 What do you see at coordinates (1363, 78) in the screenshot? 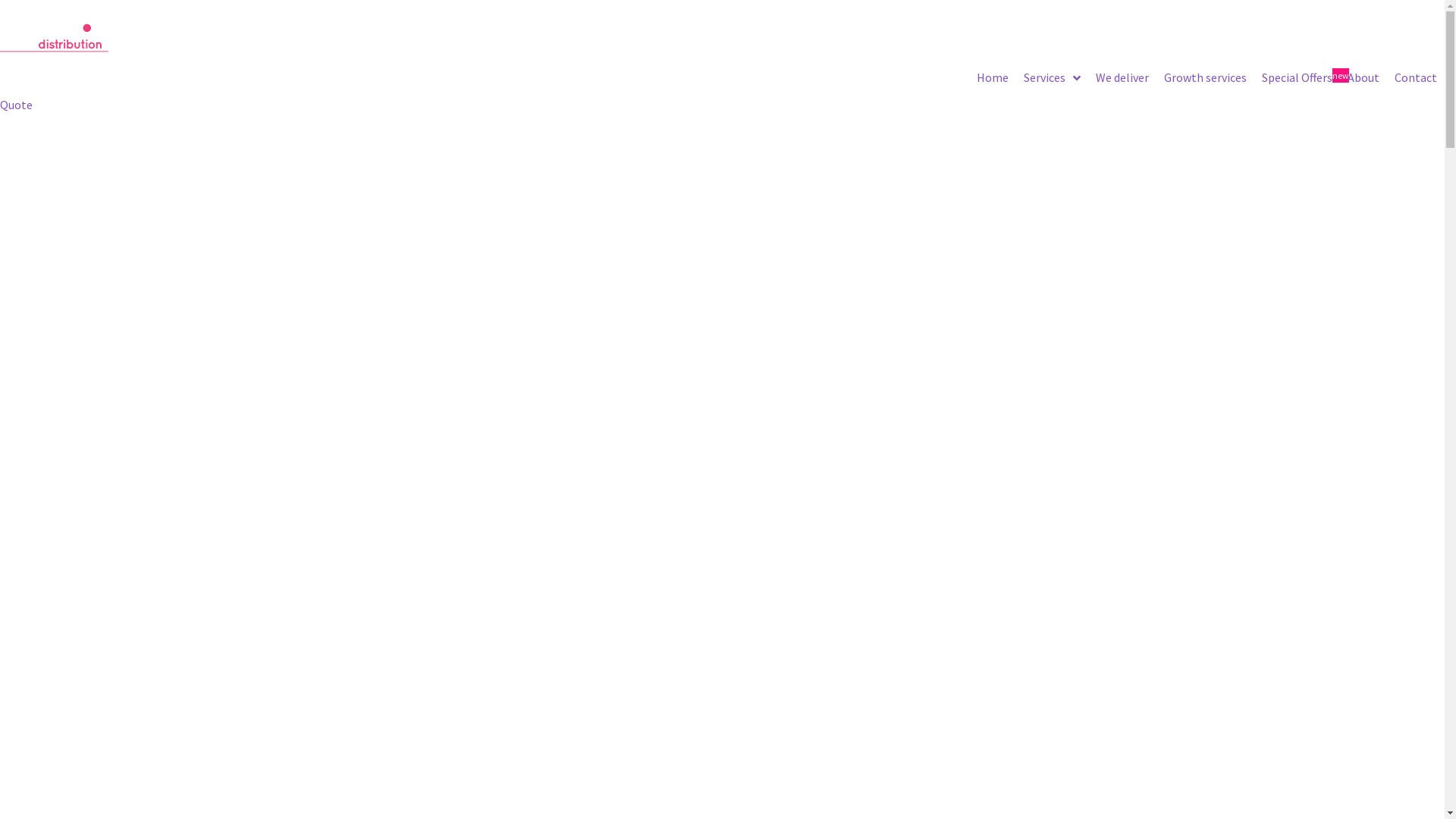
I see `'About'` at bounding box center [1363, 78].